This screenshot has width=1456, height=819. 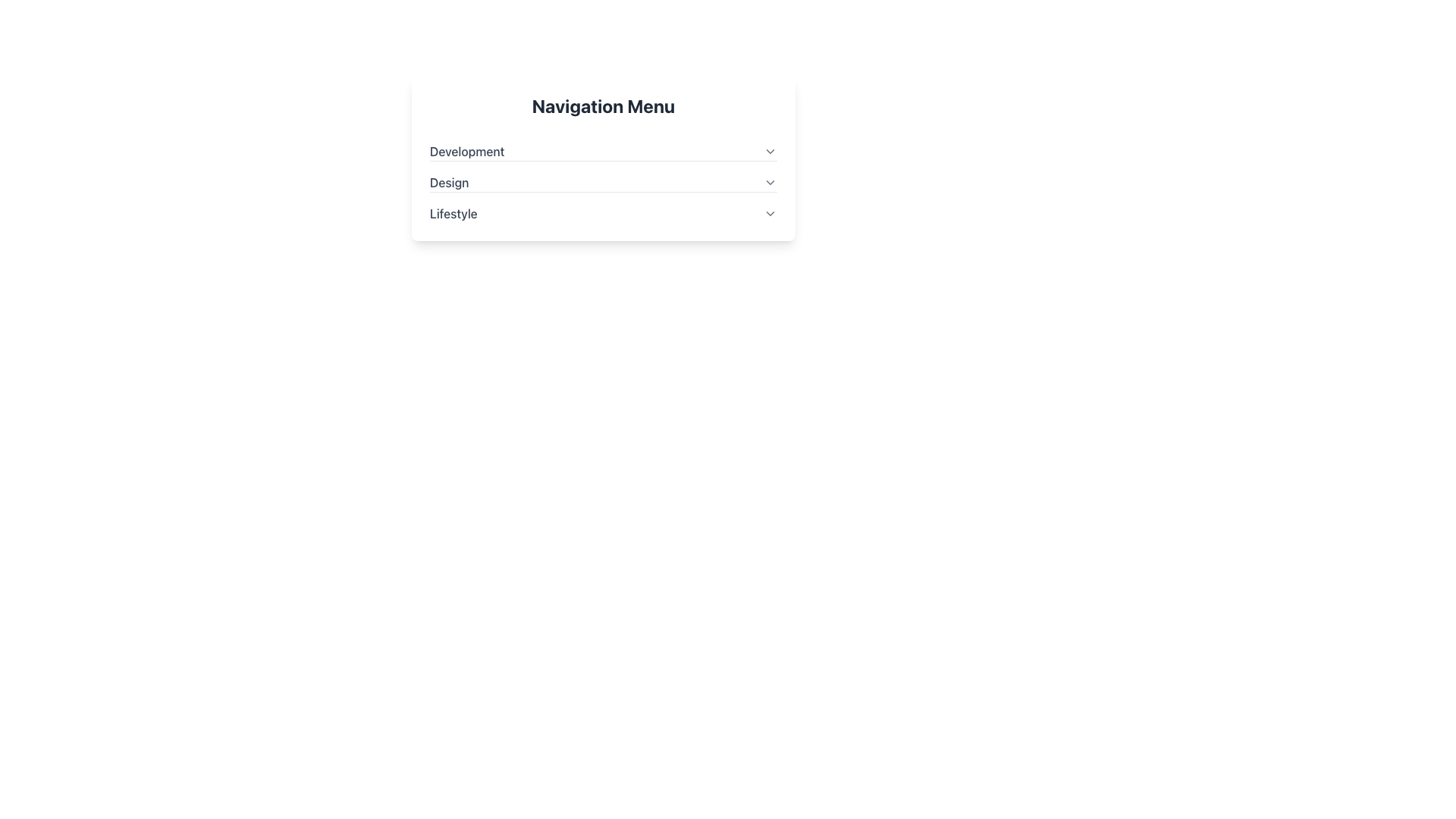 What do you see at coordinates (466, 152) in the screenshot?
I see `the text label 'Development' styled with a medium-weight font and gray color located in the top-left corner of the navigation menu` at bounding box center [466, 152].